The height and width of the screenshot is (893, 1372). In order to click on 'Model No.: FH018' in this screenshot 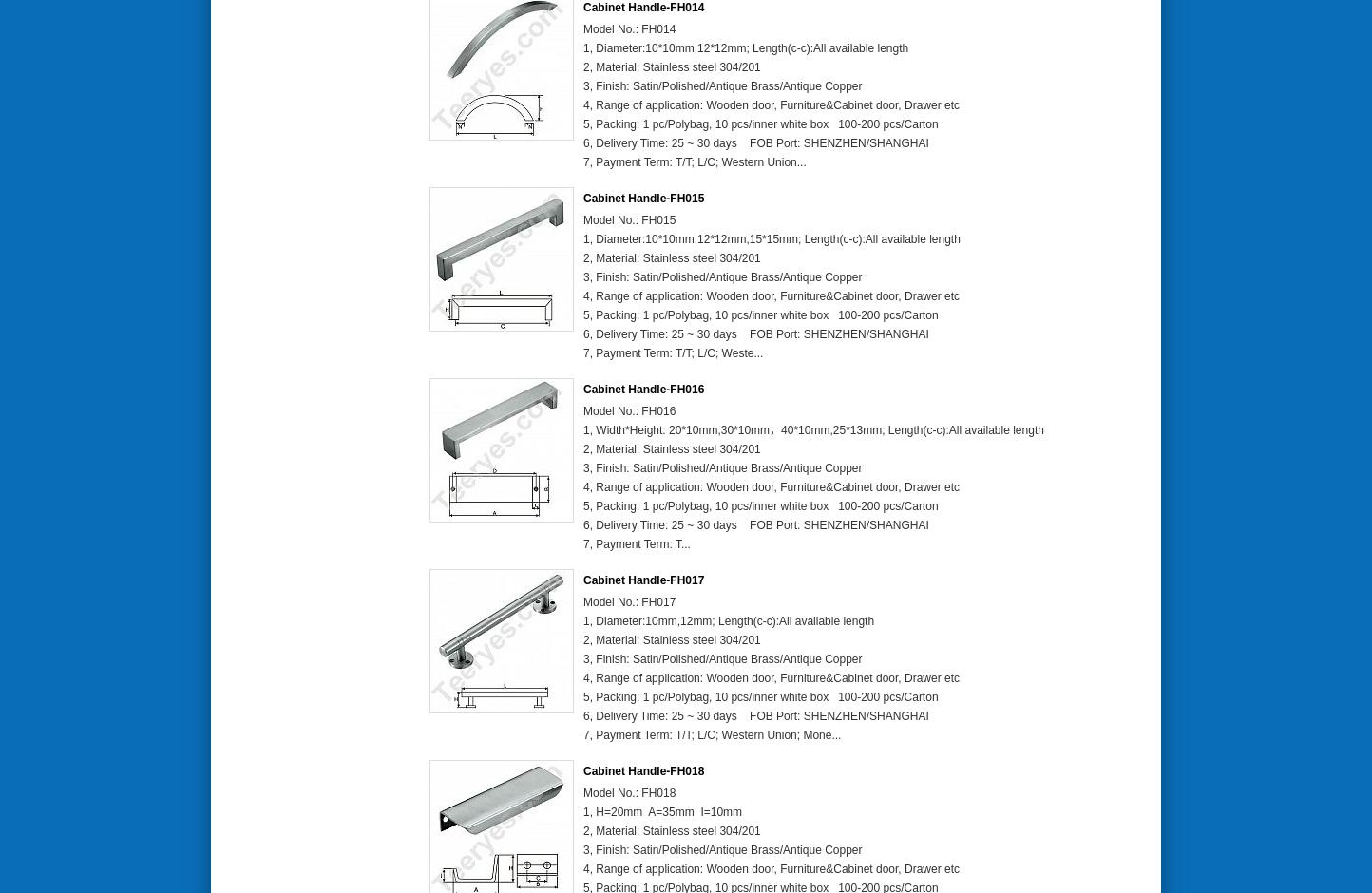, I will do `click(629, 792)`.